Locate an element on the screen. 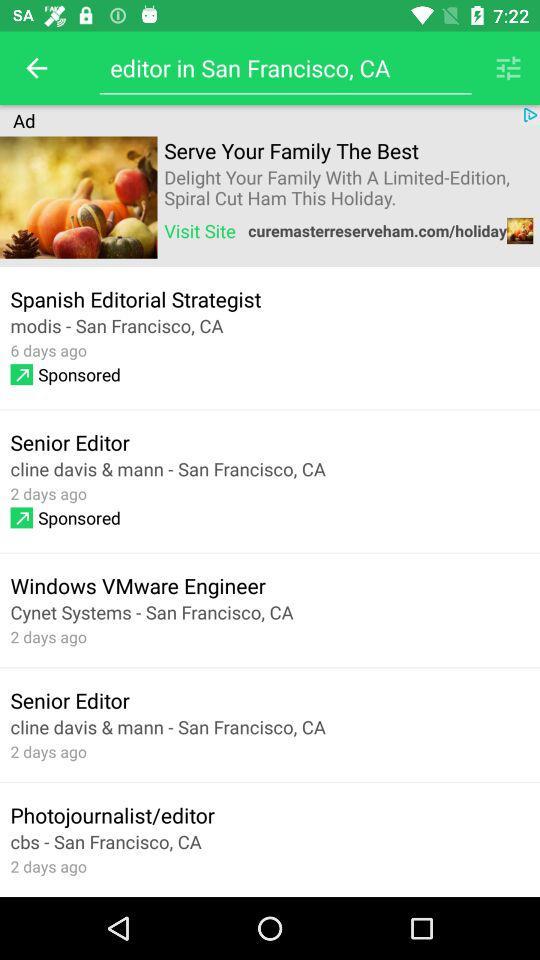 This screenshot has width=540, height=960. previous page is located at coordinates (36, 68).